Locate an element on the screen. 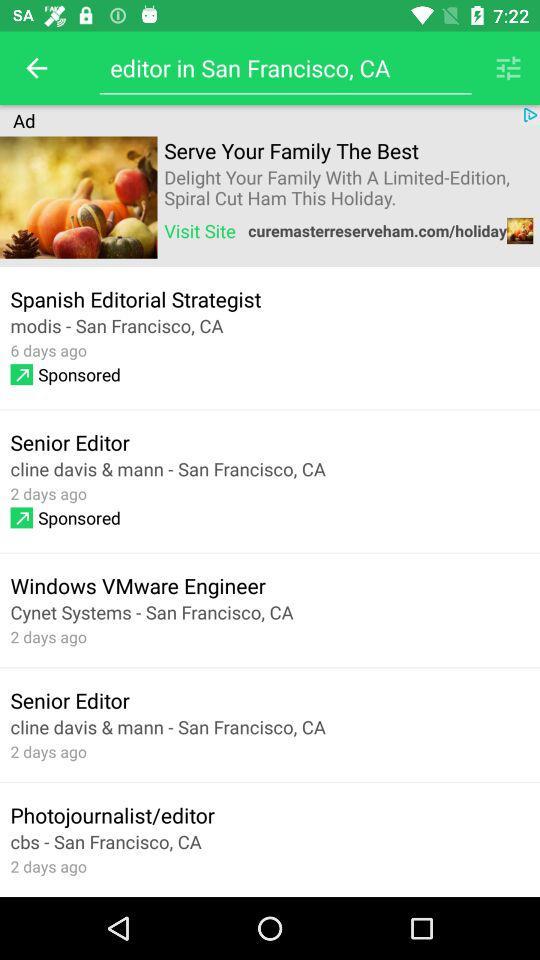 This screenshot has width=540, height=960. previous page is located at coordinates (36, 68).